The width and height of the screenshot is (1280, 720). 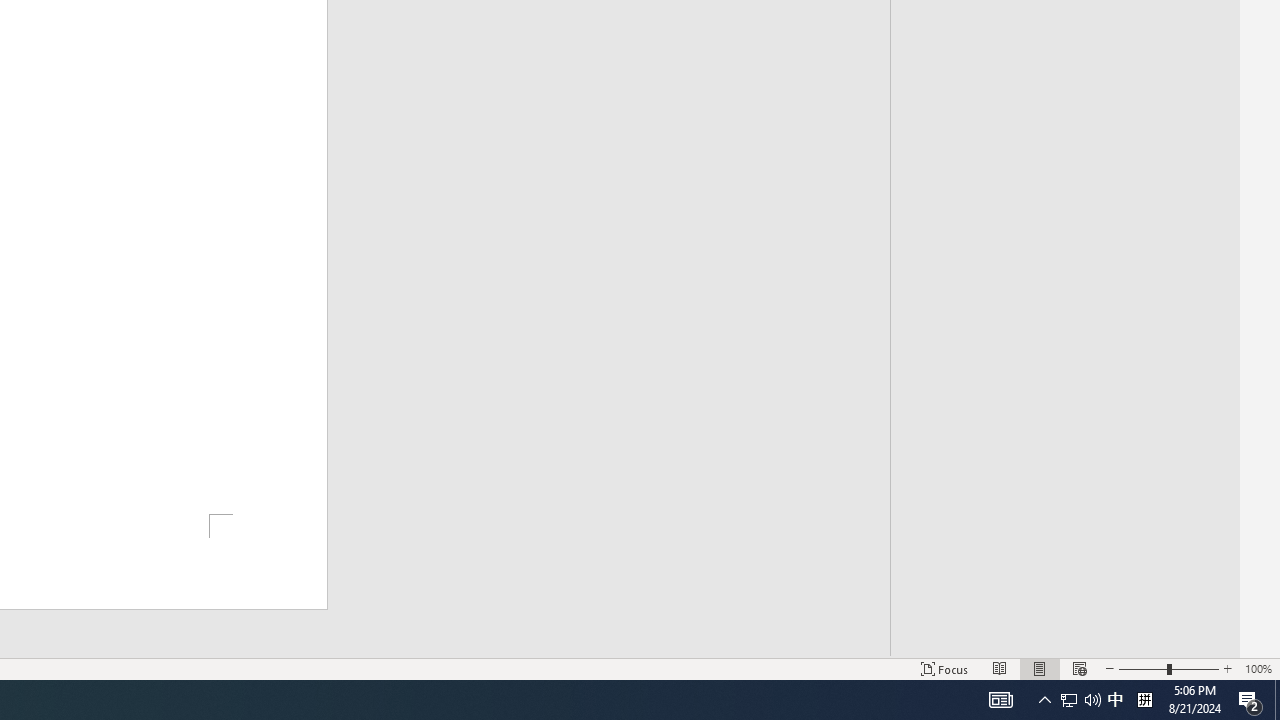 What do you see at coordinates (1168, 669) in the screenshot?
I see `'Zoom'` at bounding box center [1168, 669].